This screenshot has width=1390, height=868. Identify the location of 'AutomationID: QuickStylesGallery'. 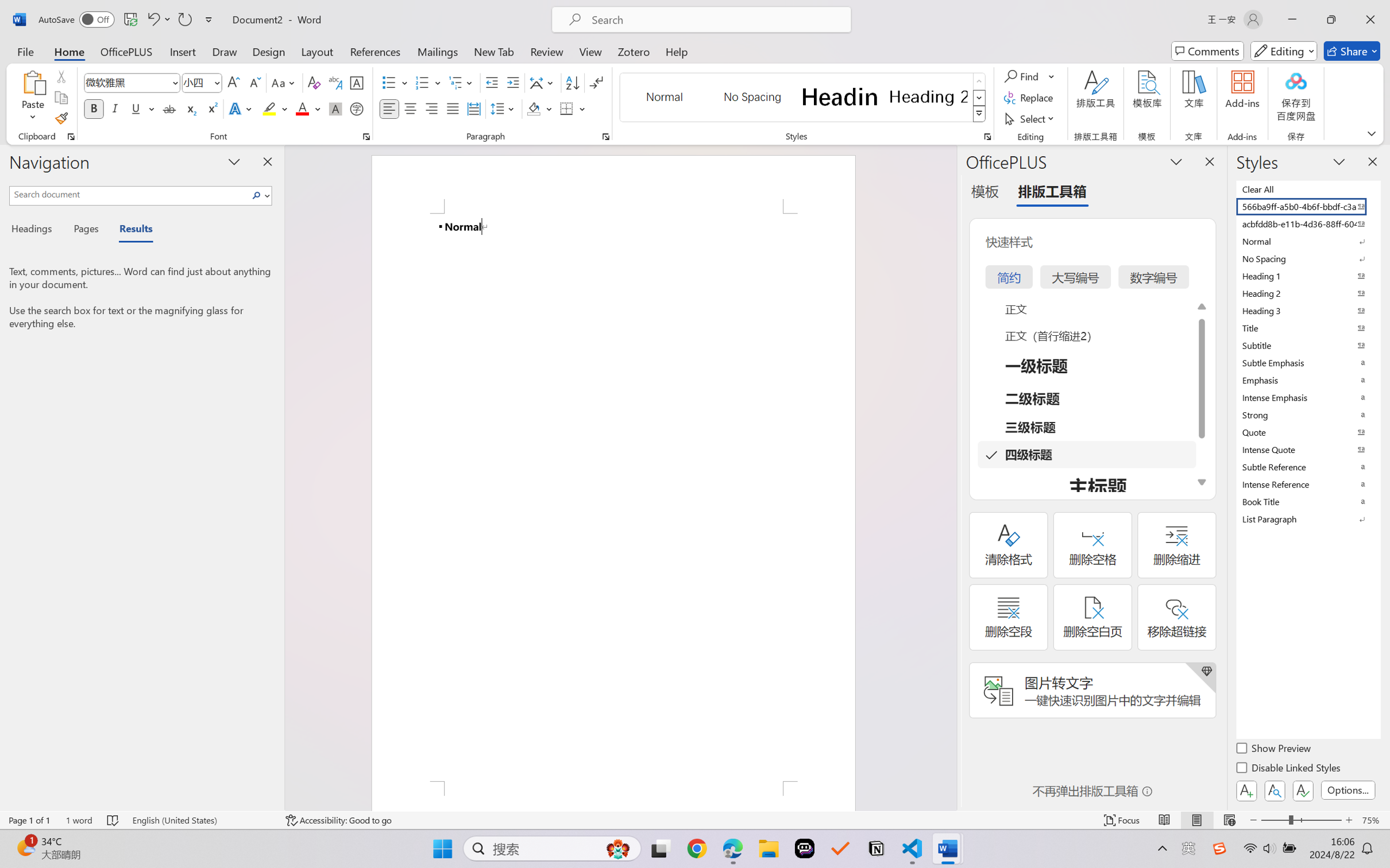
(802, 98).